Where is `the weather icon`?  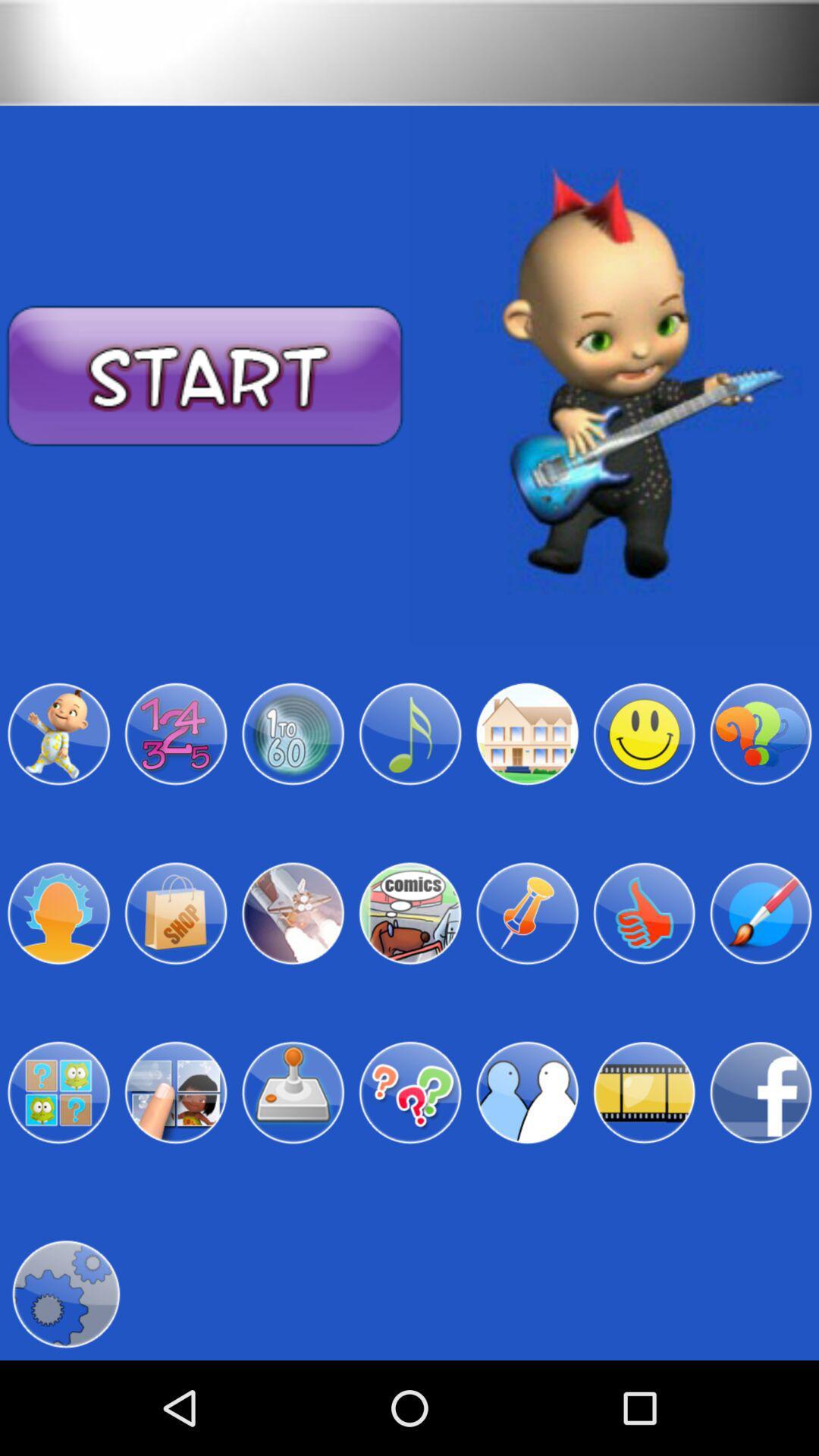
the weather icon is located at coordinates (293, 1169).